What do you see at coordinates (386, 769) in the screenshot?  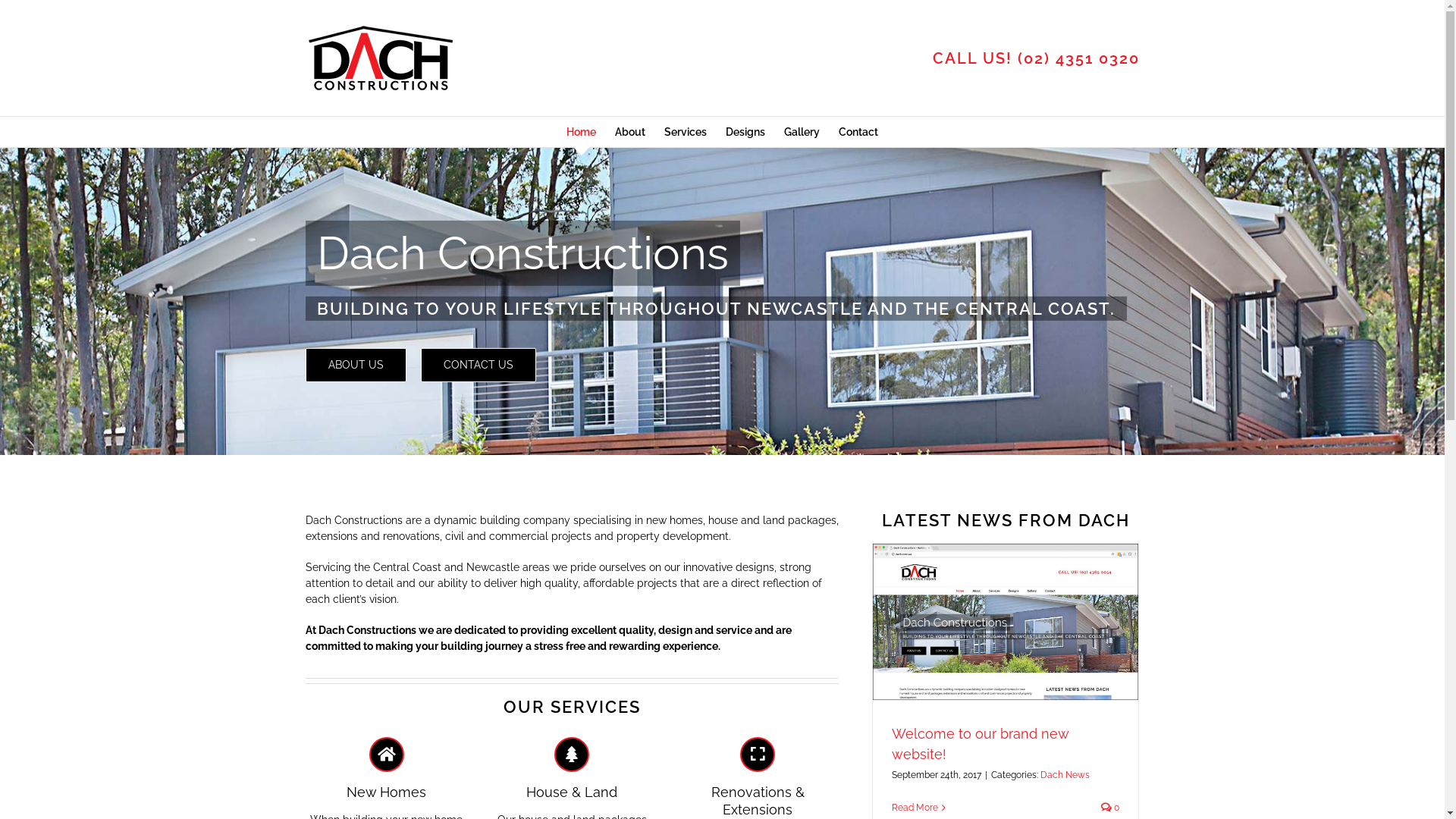 I see `'New Homes'` at bounding box center [386, 769].